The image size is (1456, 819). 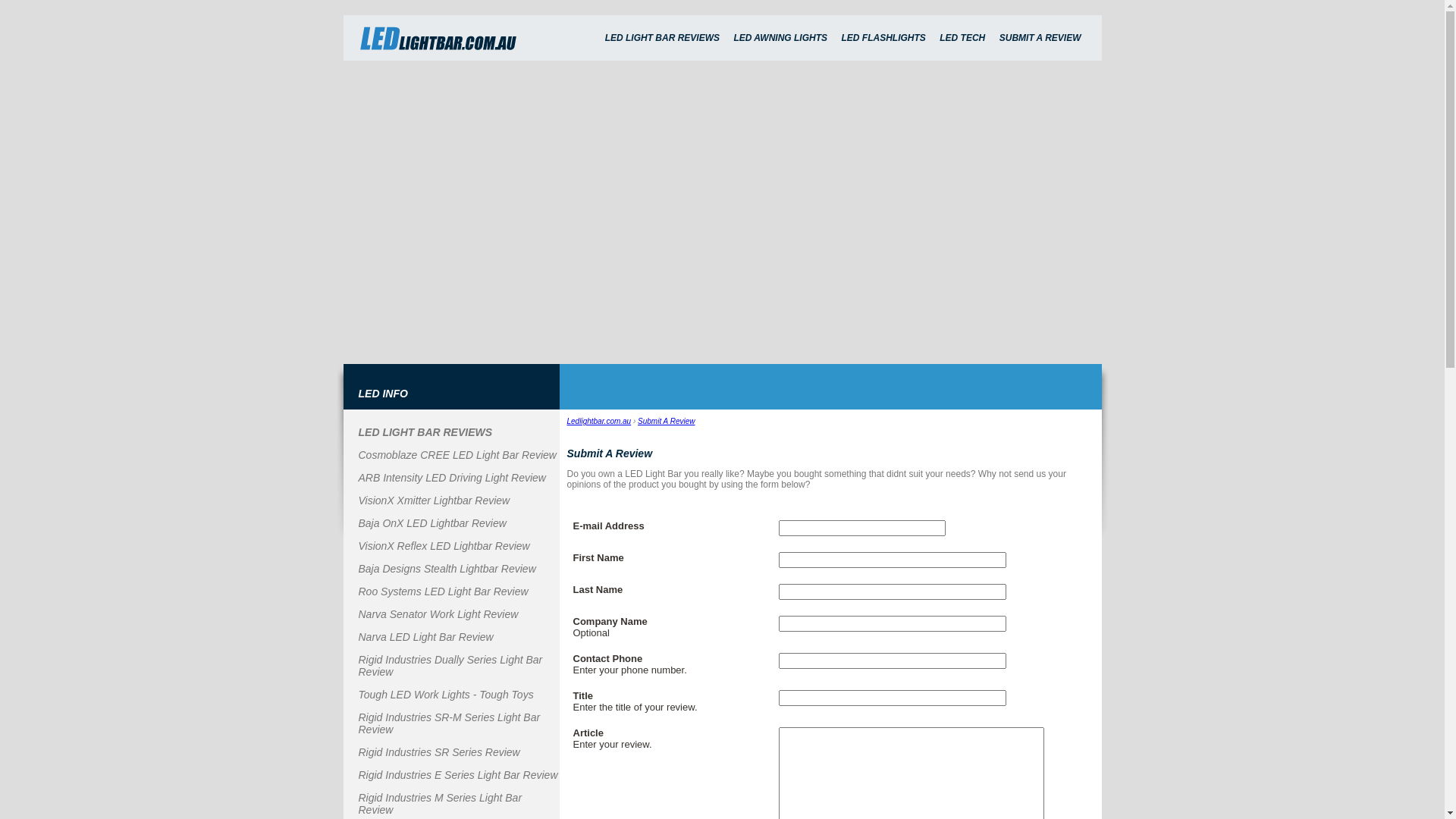 I want to click on 'VisionX Reflex LED Lightbar Review', so click(x=443, y=546).